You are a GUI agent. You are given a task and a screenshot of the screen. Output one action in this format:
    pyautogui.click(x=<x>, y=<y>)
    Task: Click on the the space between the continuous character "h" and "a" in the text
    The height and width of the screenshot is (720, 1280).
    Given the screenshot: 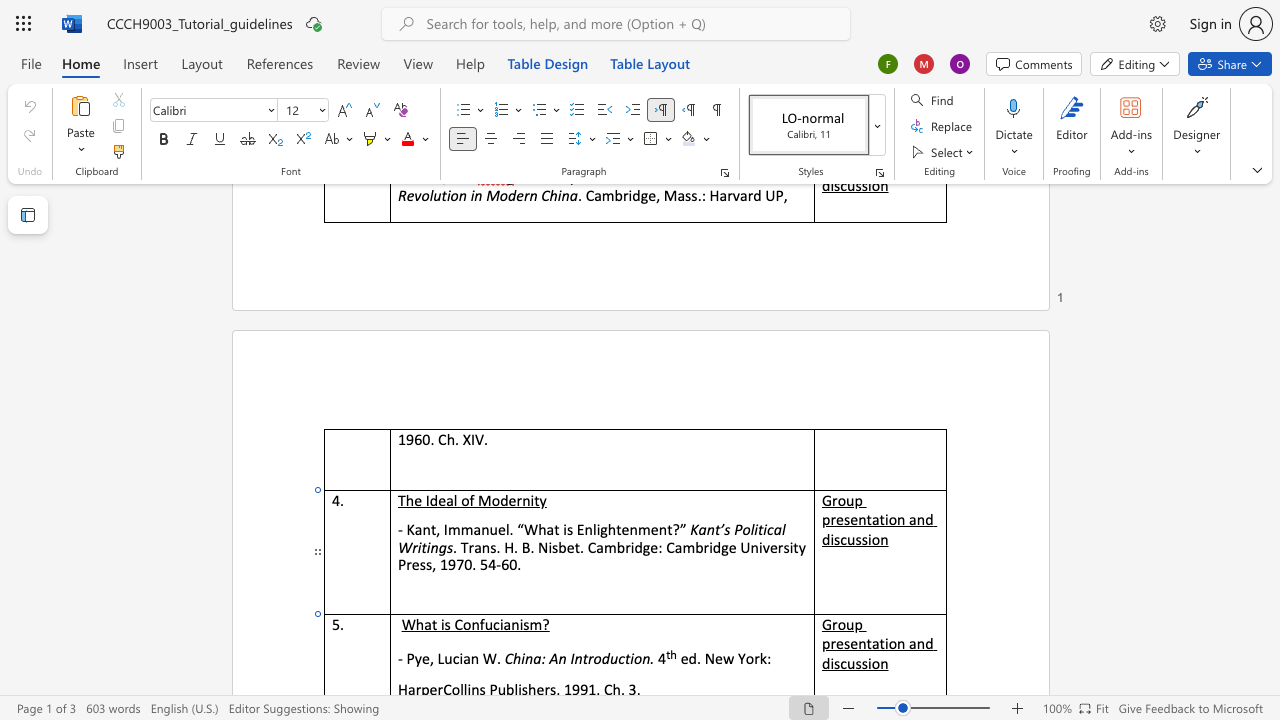 What is the action you would take?
    pyautogui.click(x=423, y=623)
    